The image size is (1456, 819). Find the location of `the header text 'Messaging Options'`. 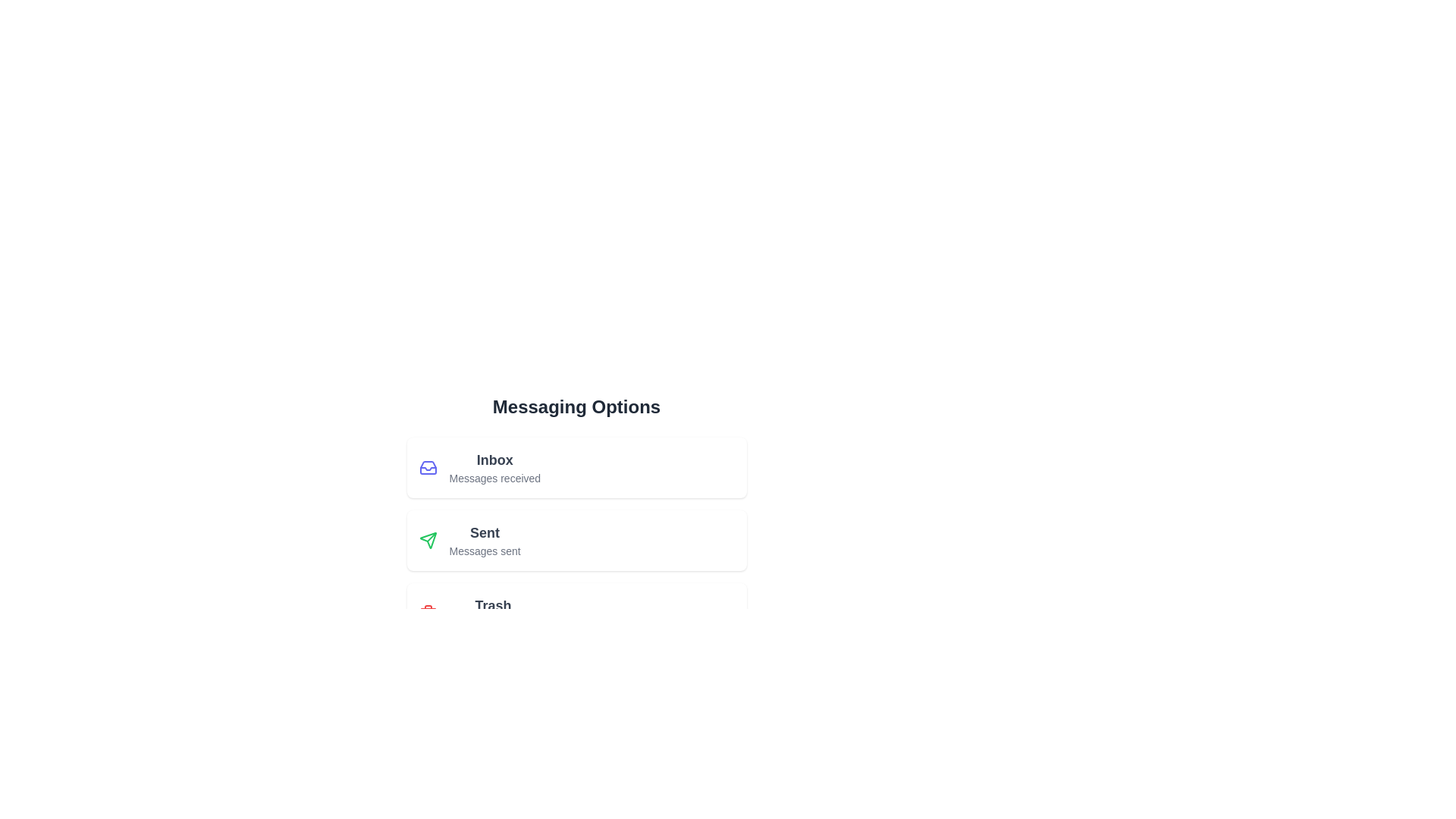

the header text 'Messaging Options' is located at coordinates (576, 406).